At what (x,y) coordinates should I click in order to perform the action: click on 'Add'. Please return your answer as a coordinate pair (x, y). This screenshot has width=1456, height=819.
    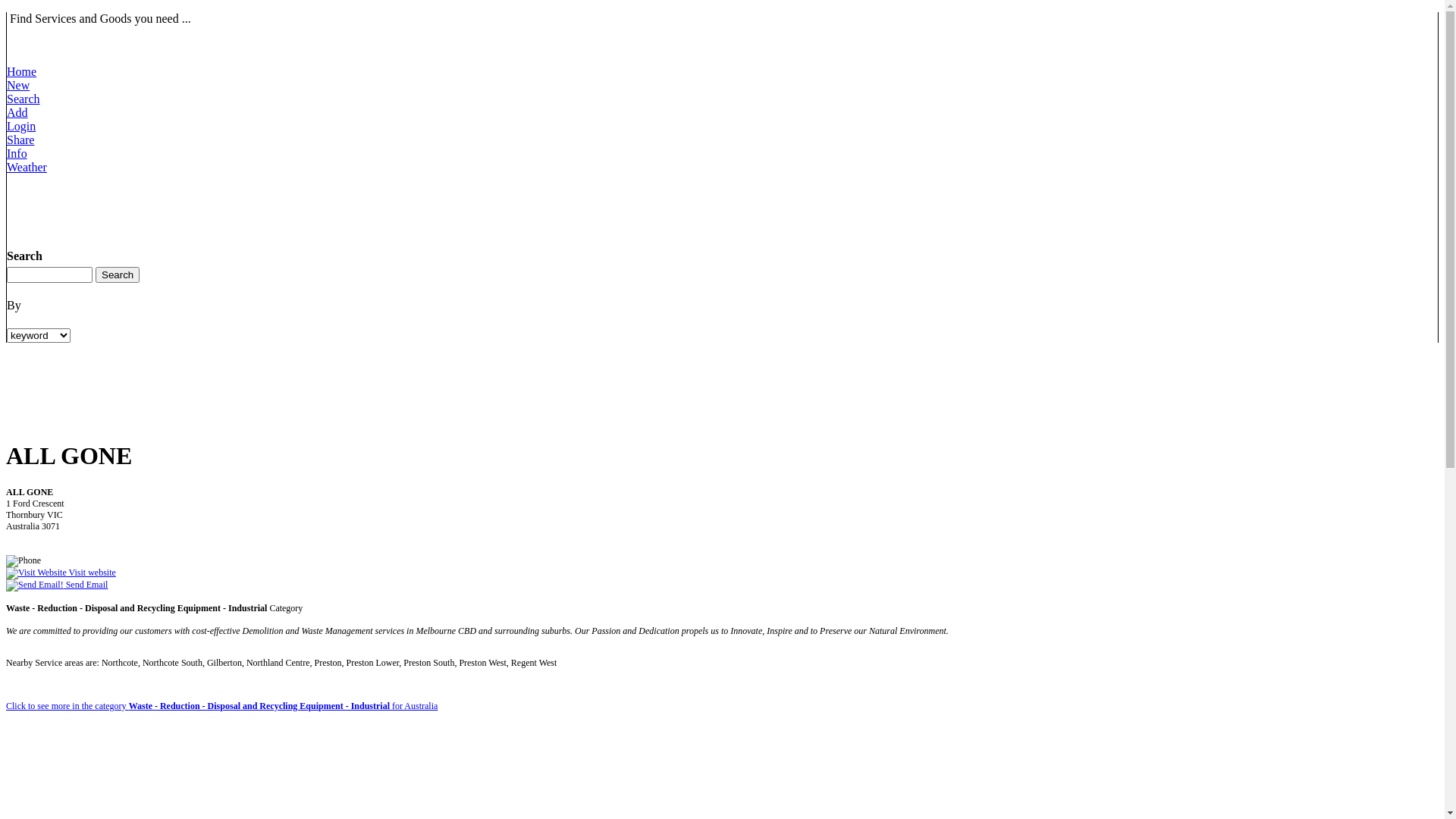
    Looking at the image, I should click on (7, 118).